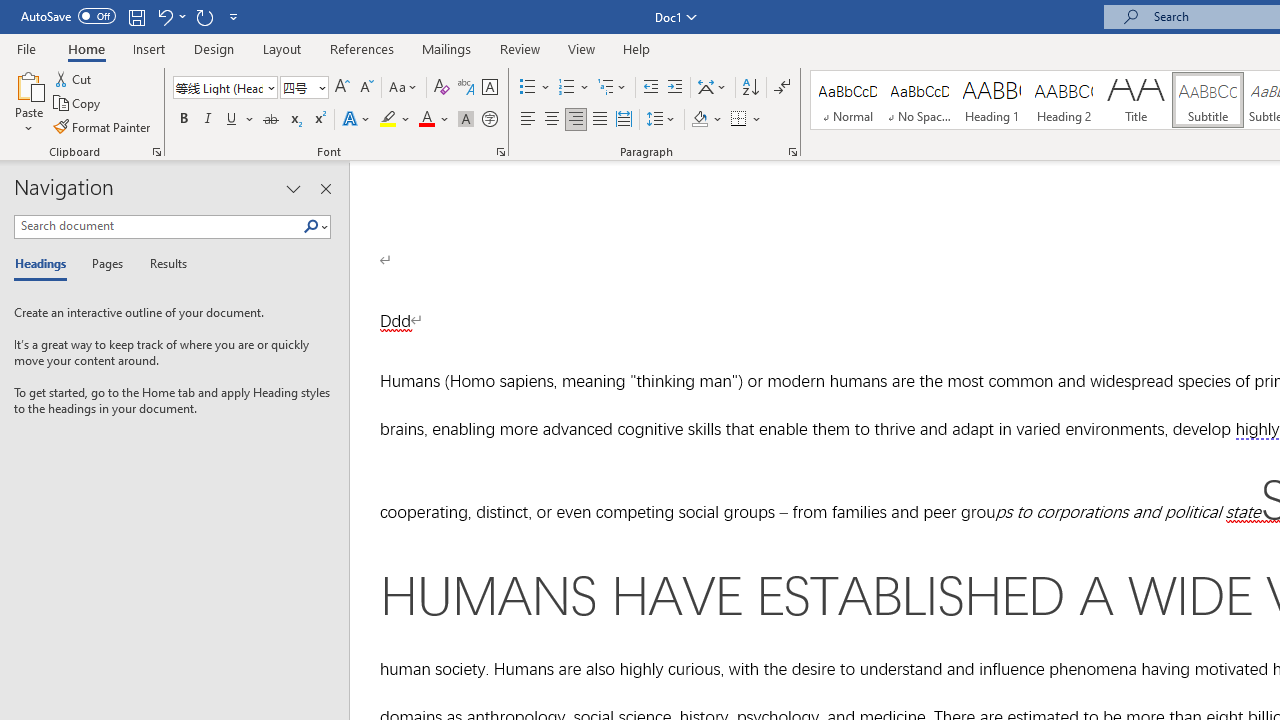 Image resolution: width=1280 pixels, height=720 pixels. Describe the element at coordinates (528, 119) in the screenshot. I see `'Align Left'` at that location.